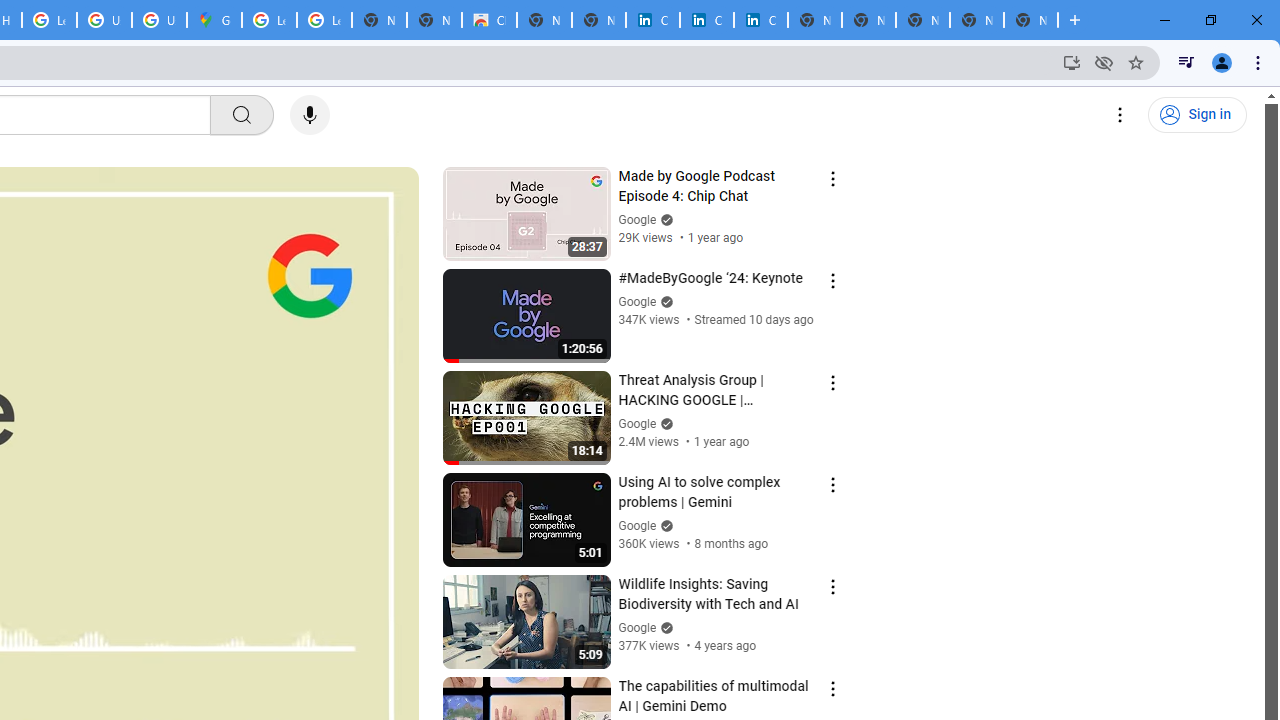 The width and height of the screenshot is (1280, 720). Describe the element at coordinates (1071, 61) in the screenshot. I see `'Install YouTube'` at that location.